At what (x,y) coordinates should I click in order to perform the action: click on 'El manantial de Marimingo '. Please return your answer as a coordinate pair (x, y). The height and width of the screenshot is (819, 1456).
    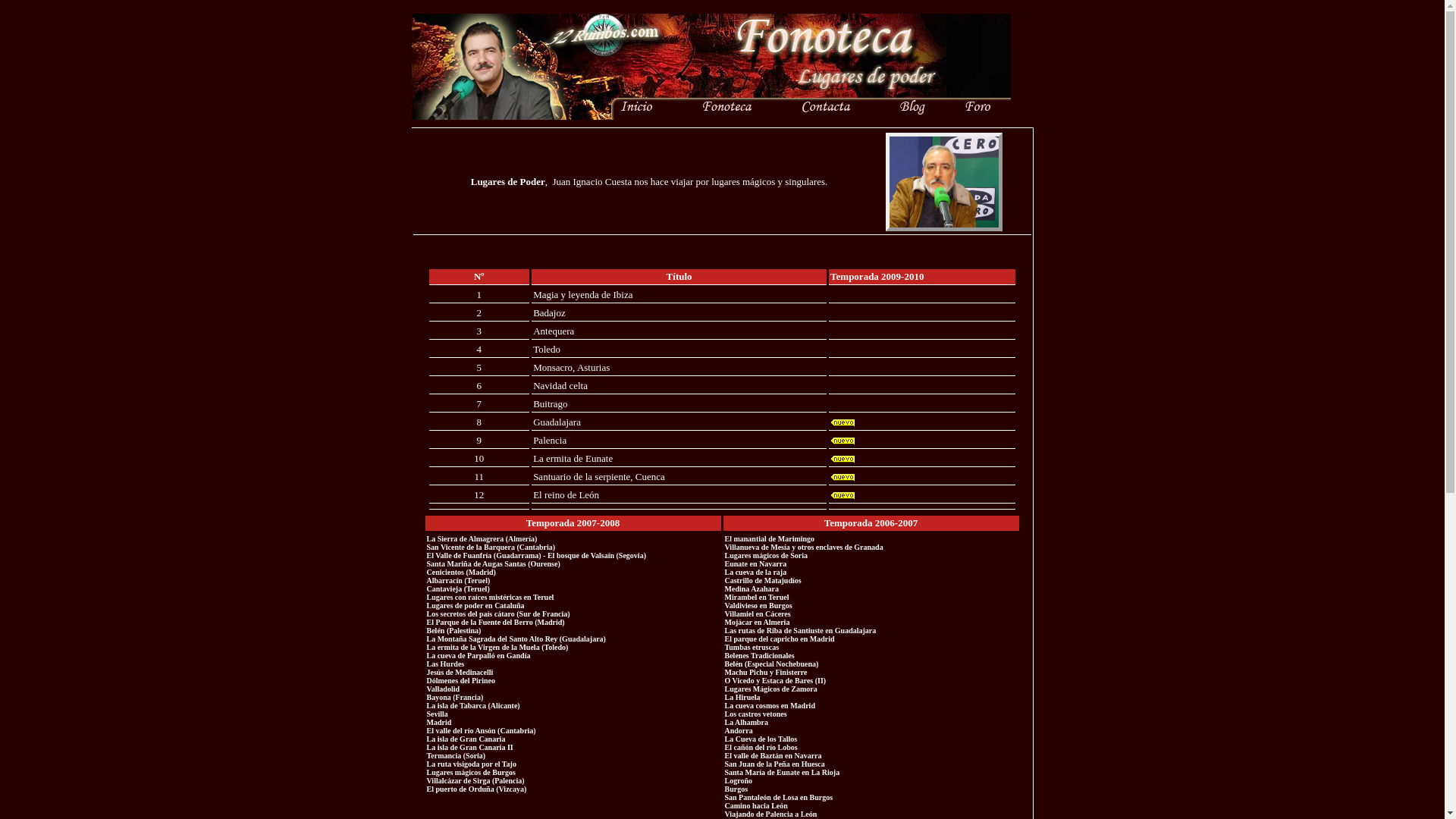
    Looking at the image, I should click on (770, 538).